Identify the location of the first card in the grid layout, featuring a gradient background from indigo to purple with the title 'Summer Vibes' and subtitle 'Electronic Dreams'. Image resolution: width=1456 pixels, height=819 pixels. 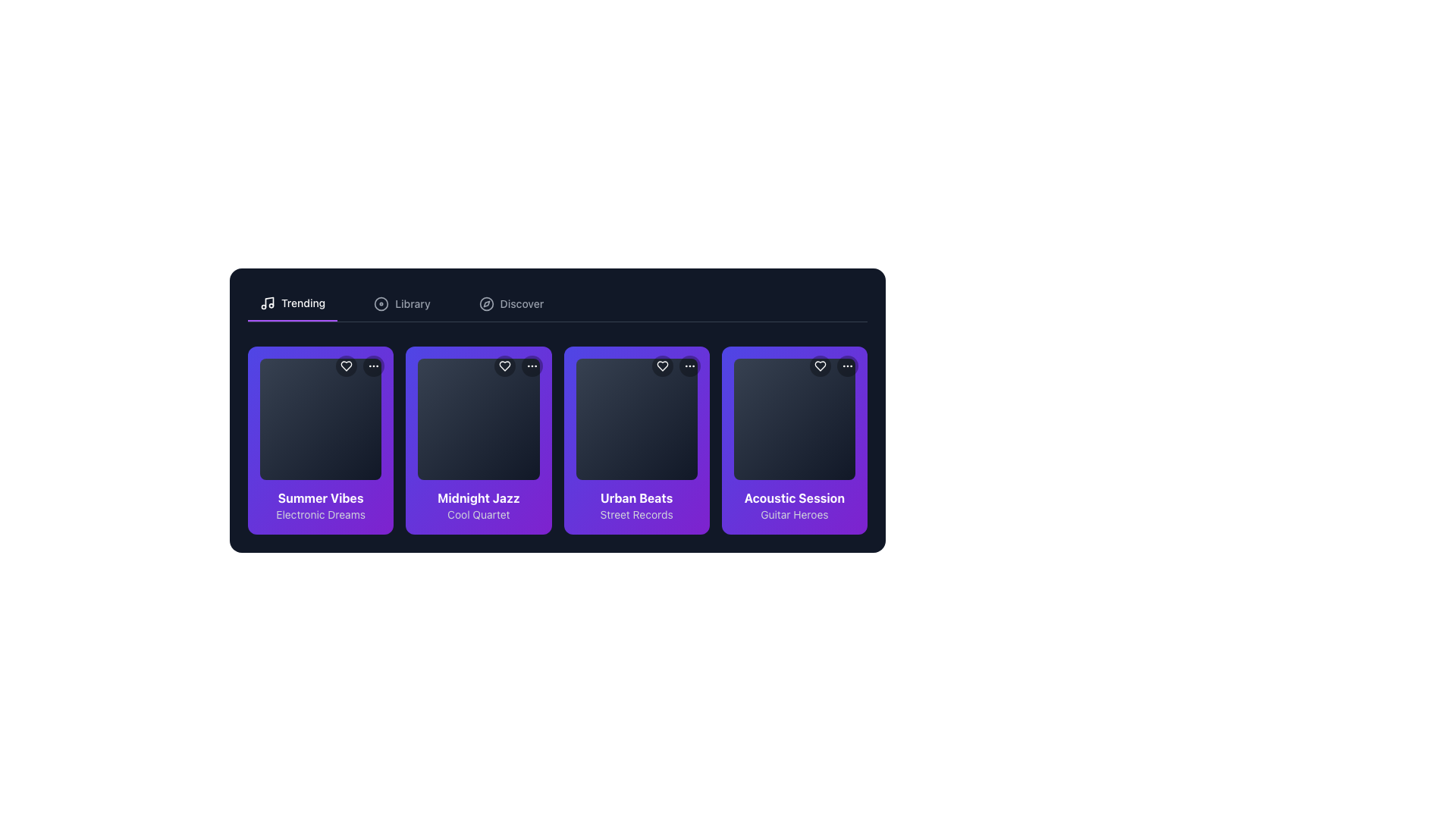
(320, 441).